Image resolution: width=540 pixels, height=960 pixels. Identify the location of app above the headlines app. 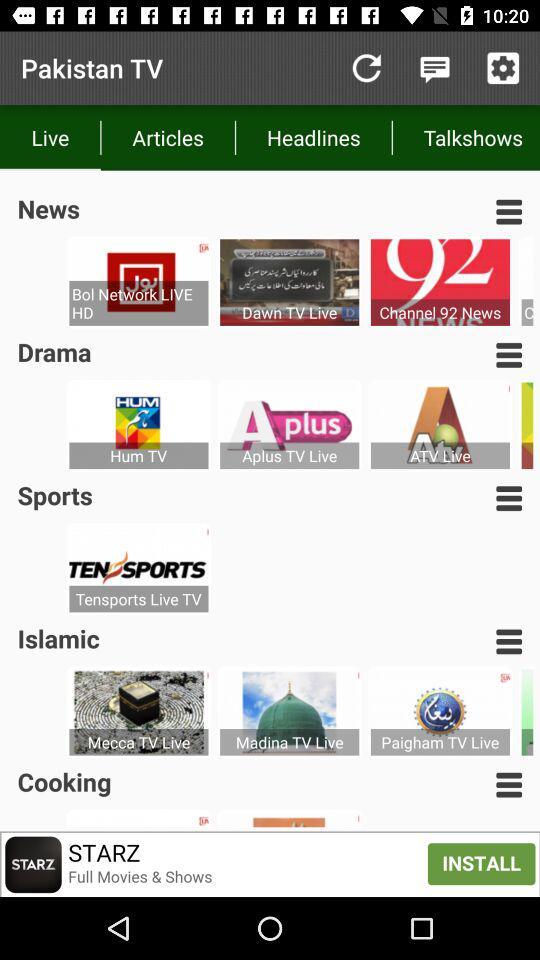
(365, 68).